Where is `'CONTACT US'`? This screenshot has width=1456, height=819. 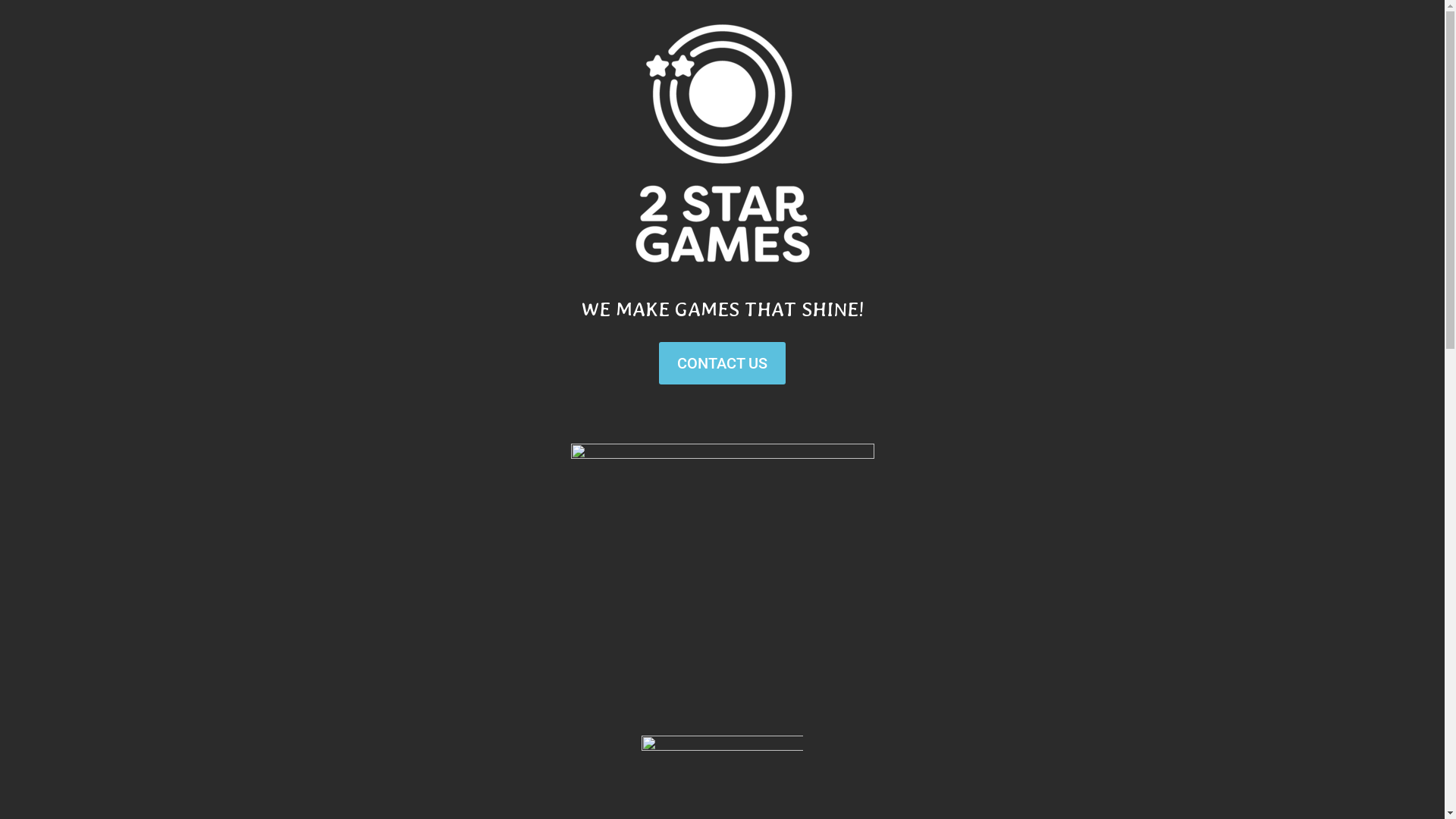 'CONTACT US' is located at coordinates (721, 362).